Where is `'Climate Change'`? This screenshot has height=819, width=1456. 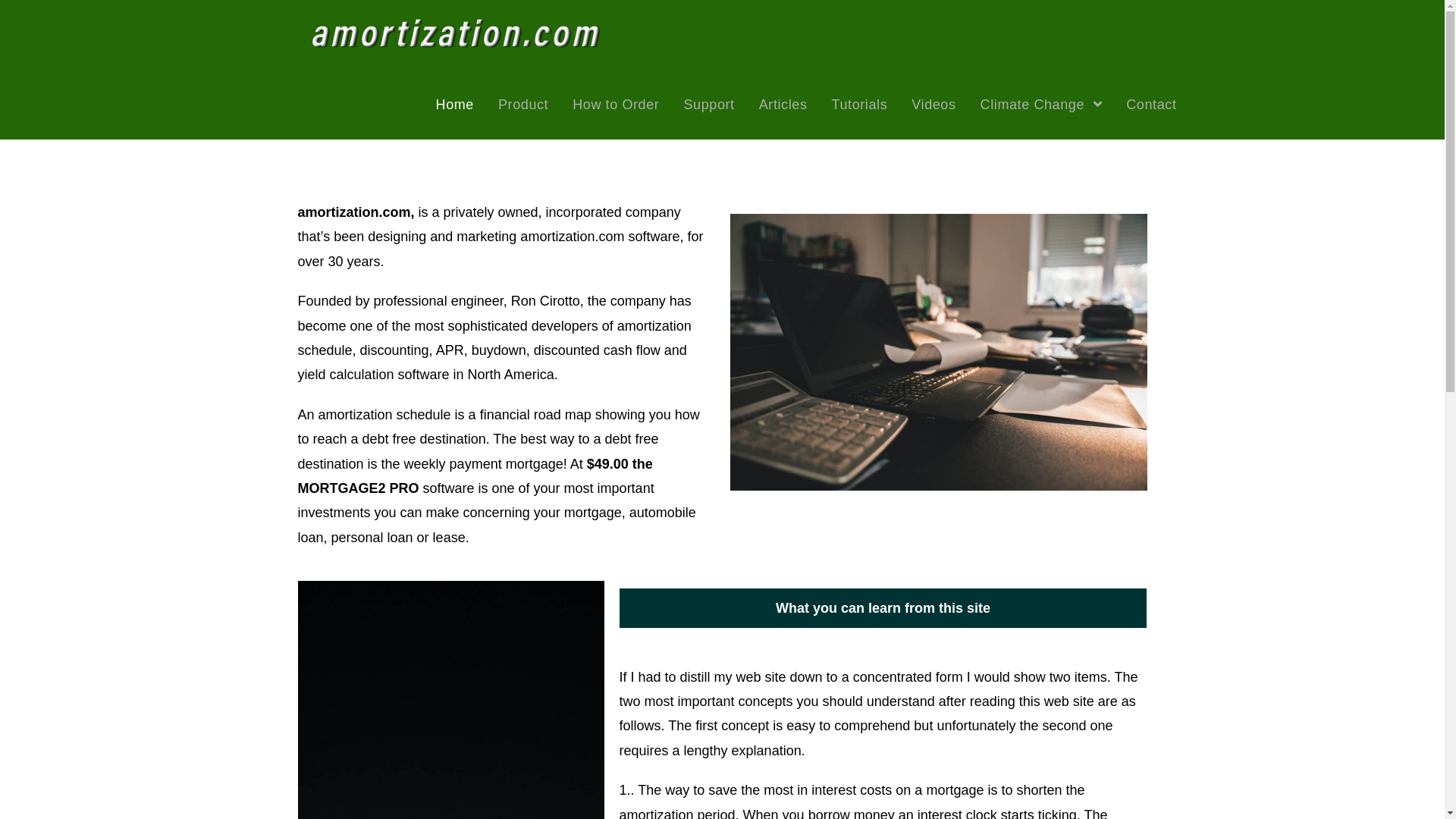 'Climate Change' is located at coordinates (1040, 104).